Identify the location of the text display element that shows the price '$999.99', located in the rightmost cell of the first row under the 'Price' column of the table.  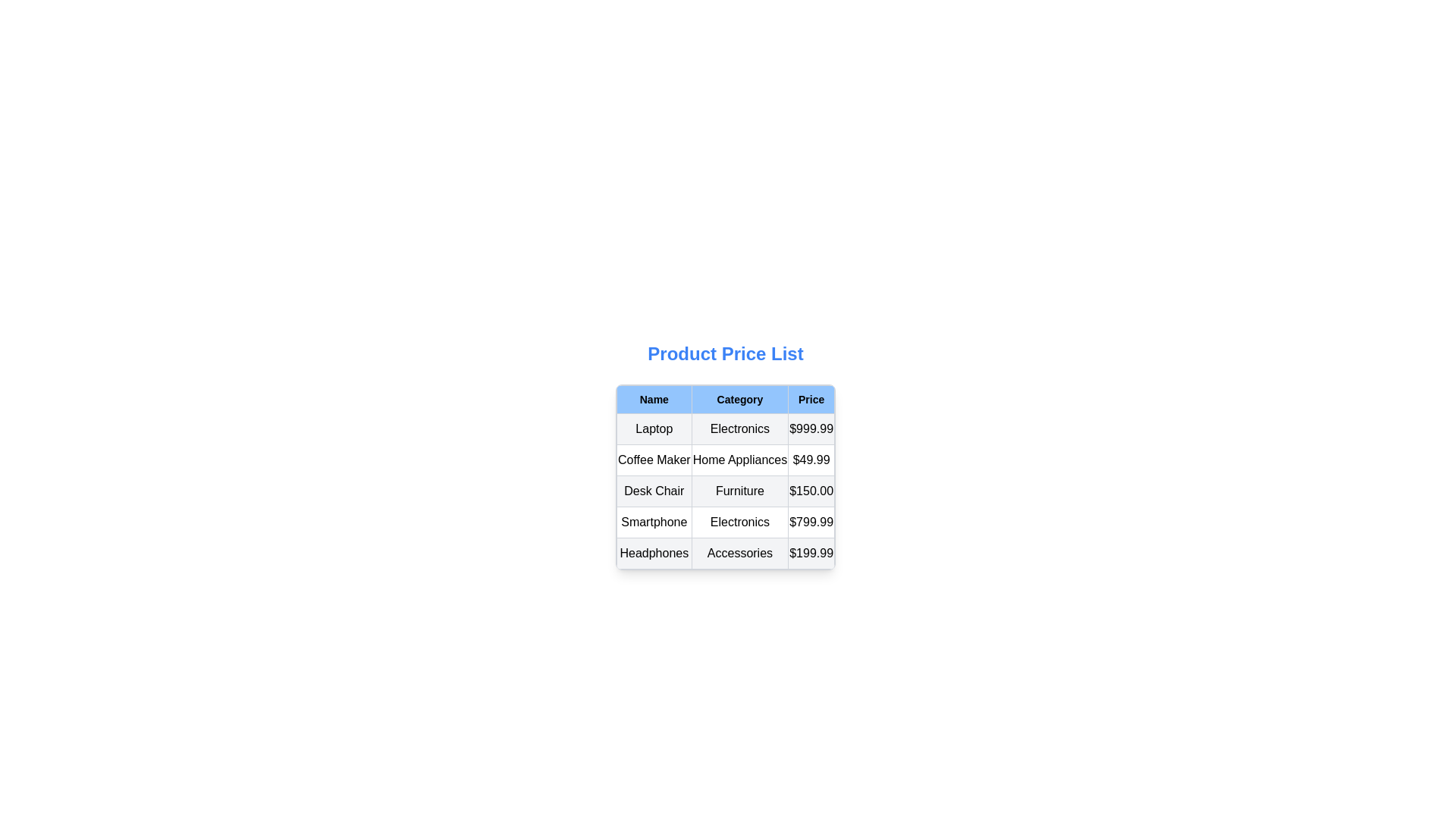
(811, 429).